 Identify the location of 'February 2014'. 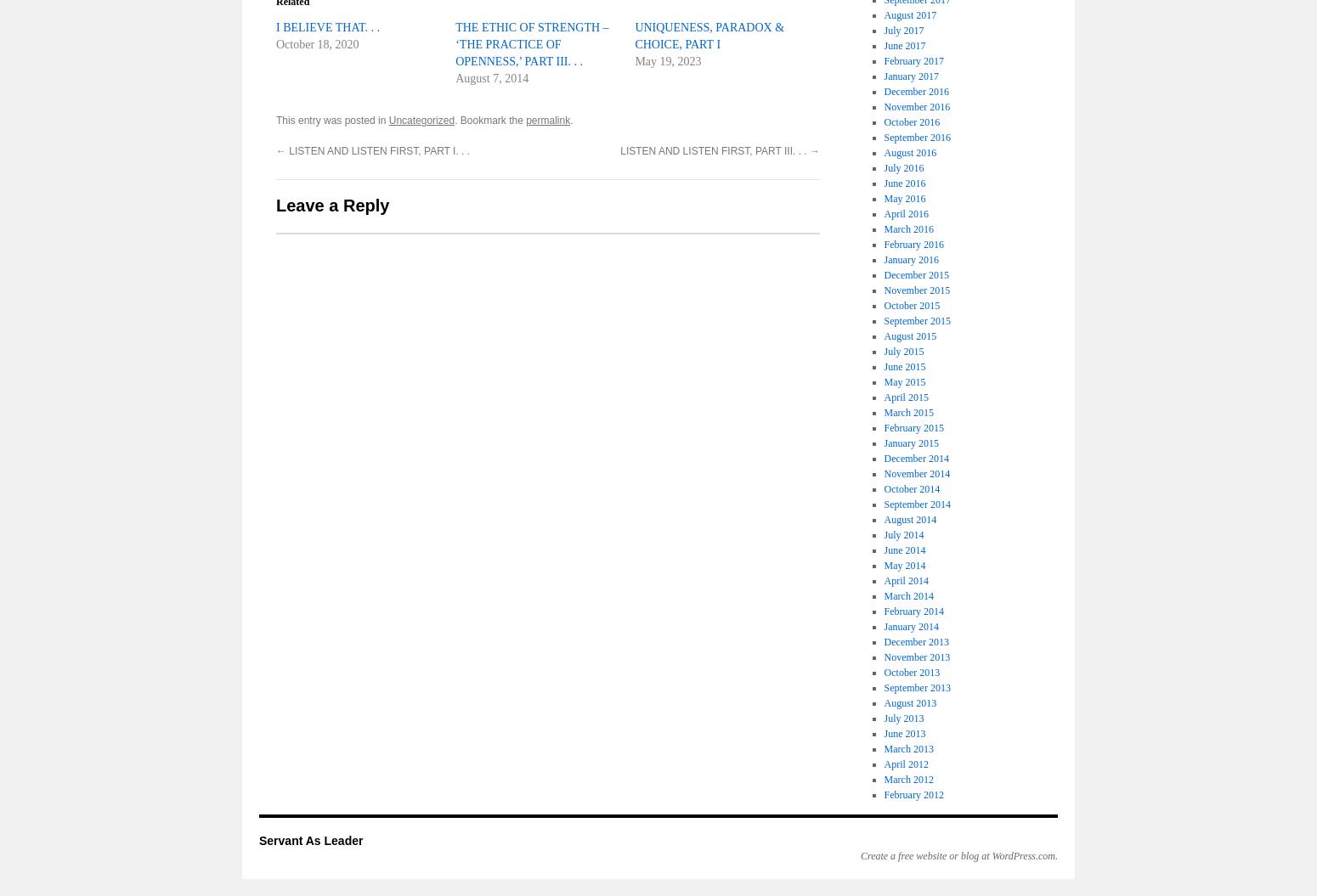
(913, 611).